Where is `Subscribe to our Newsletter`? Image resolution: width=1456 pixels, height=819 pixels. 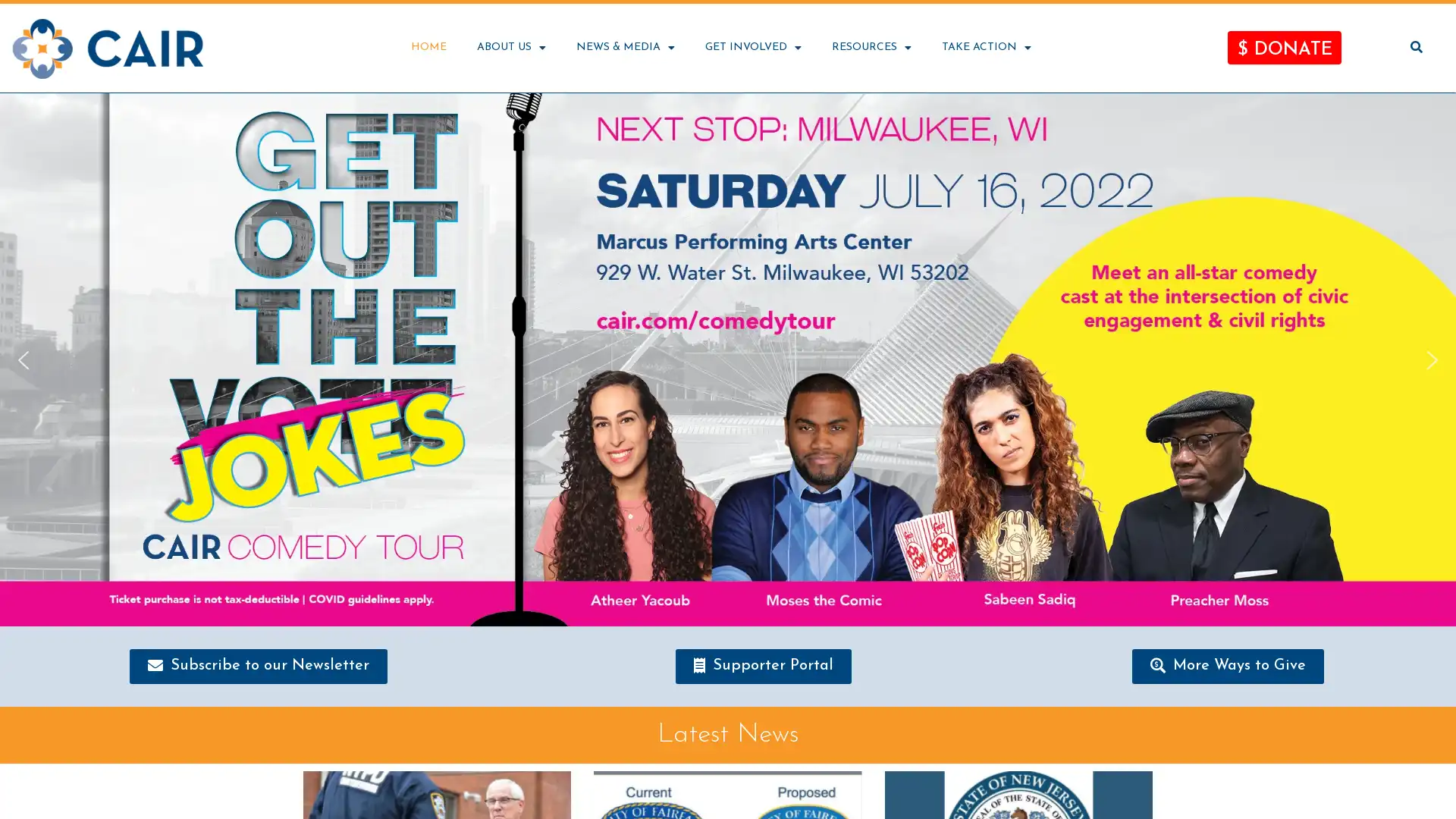
Subscribe to our Newsletter is located at coordinates (258, 666).